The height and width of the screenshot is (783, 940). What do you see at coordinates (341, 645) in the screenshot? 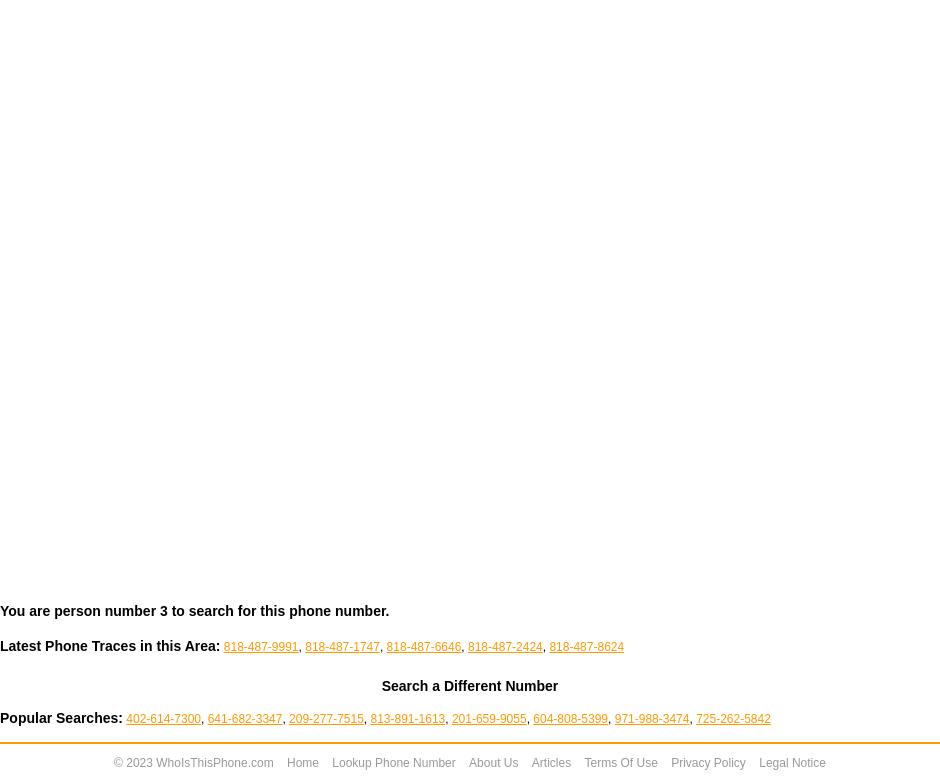
I see `'818-487-1747'` at bounding box center [341, 645].